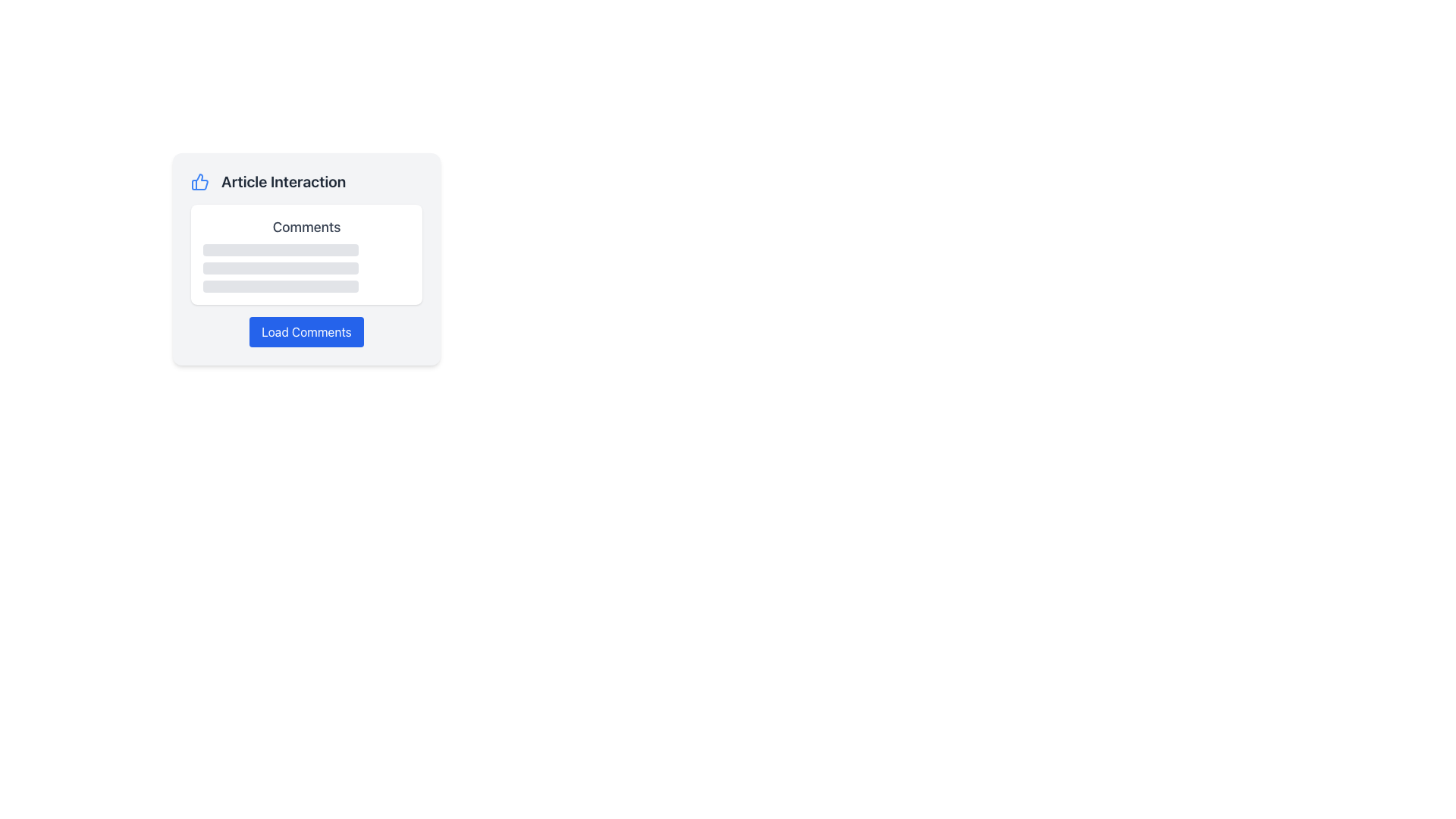  Describe the element at coordinates (281, 249) in the screenshot. I see `the first rectangular element serving as a visual indicator for content loading or progress state` at that location.